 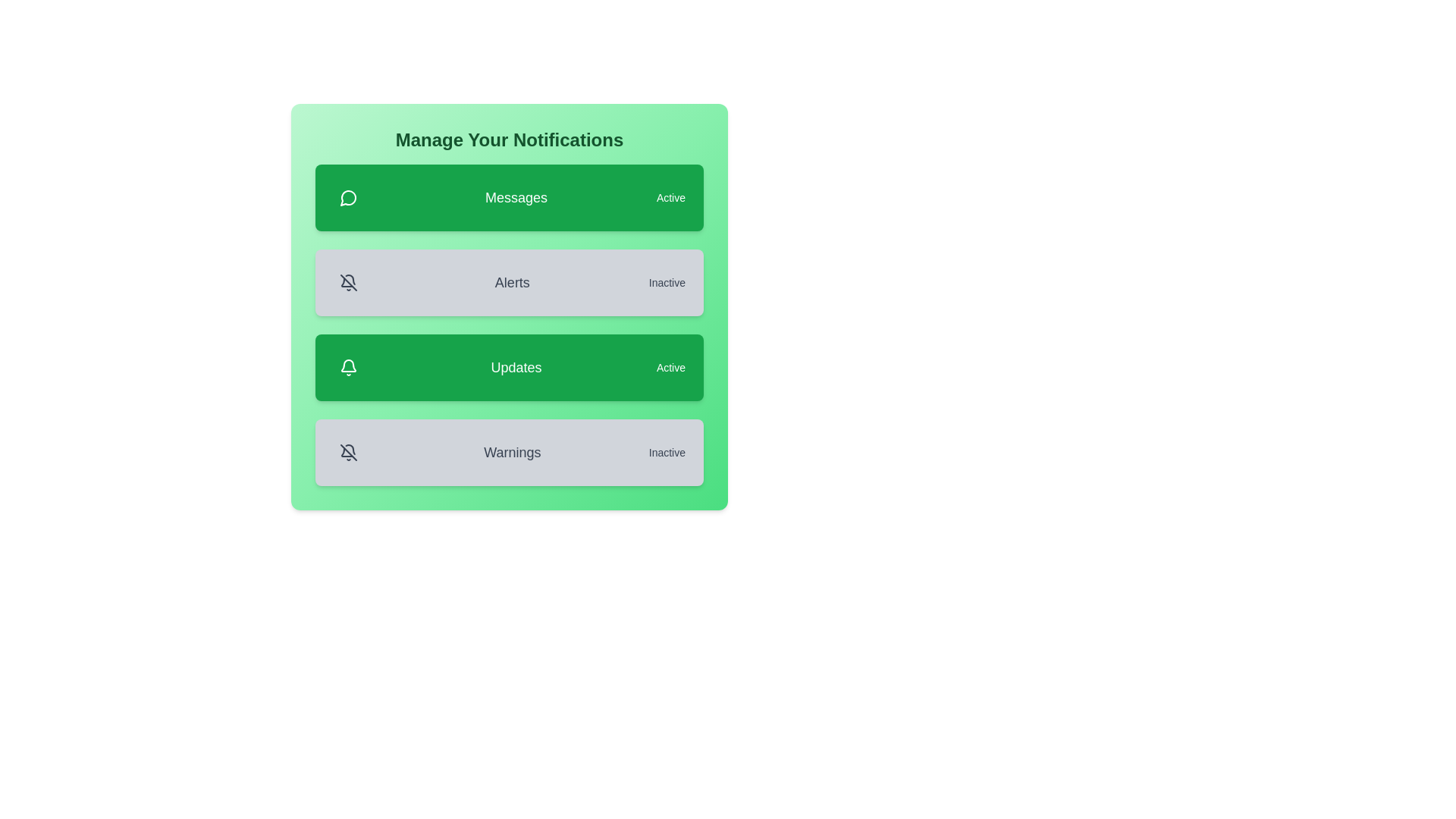 I want to click on the notification card for Messages, so click(x=510, y=197).